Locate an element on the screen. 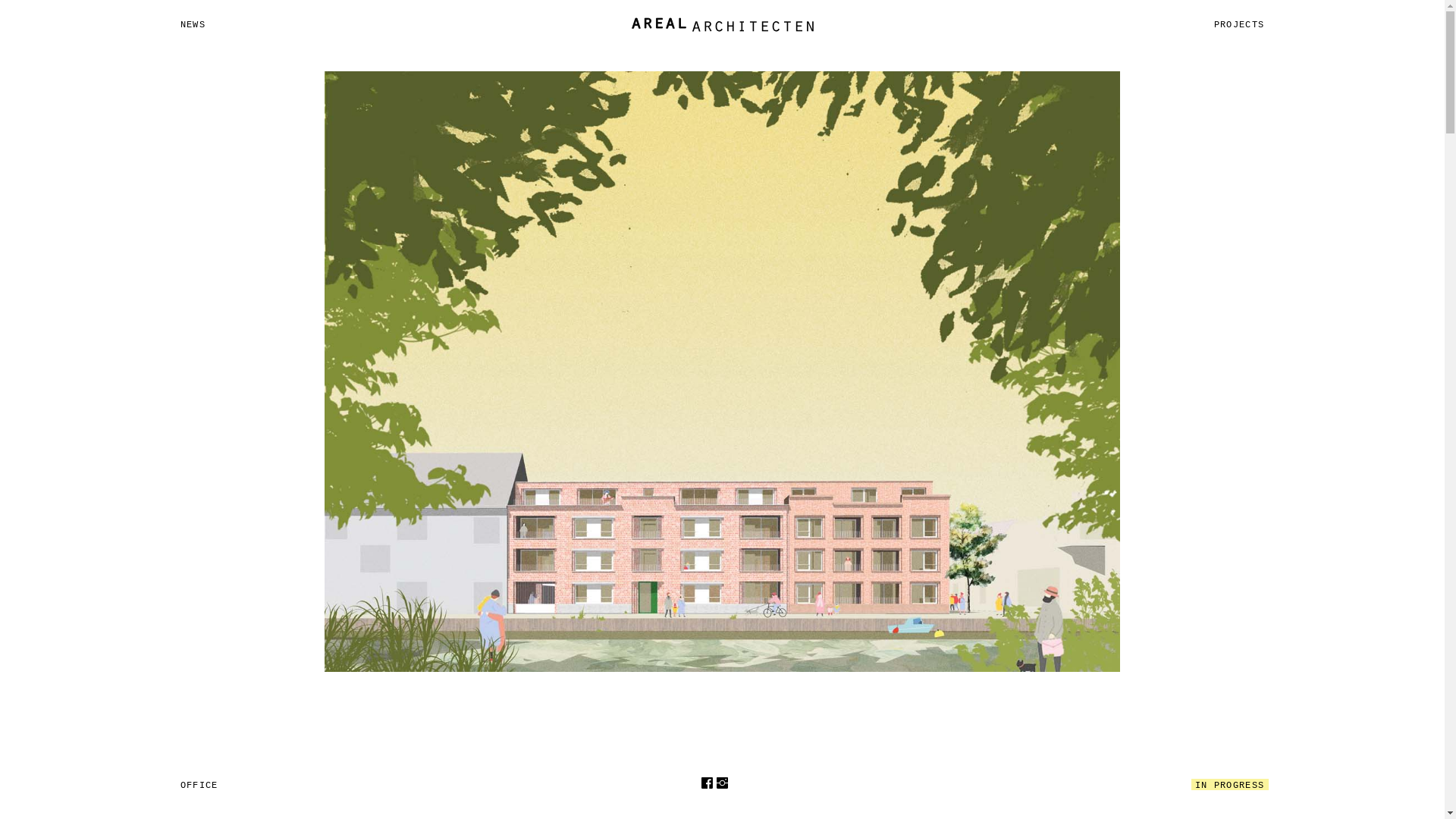 Image resolution: width=1456 pixels, height=819 pixels. 'NEWS' is located at coordinates (175, 24).